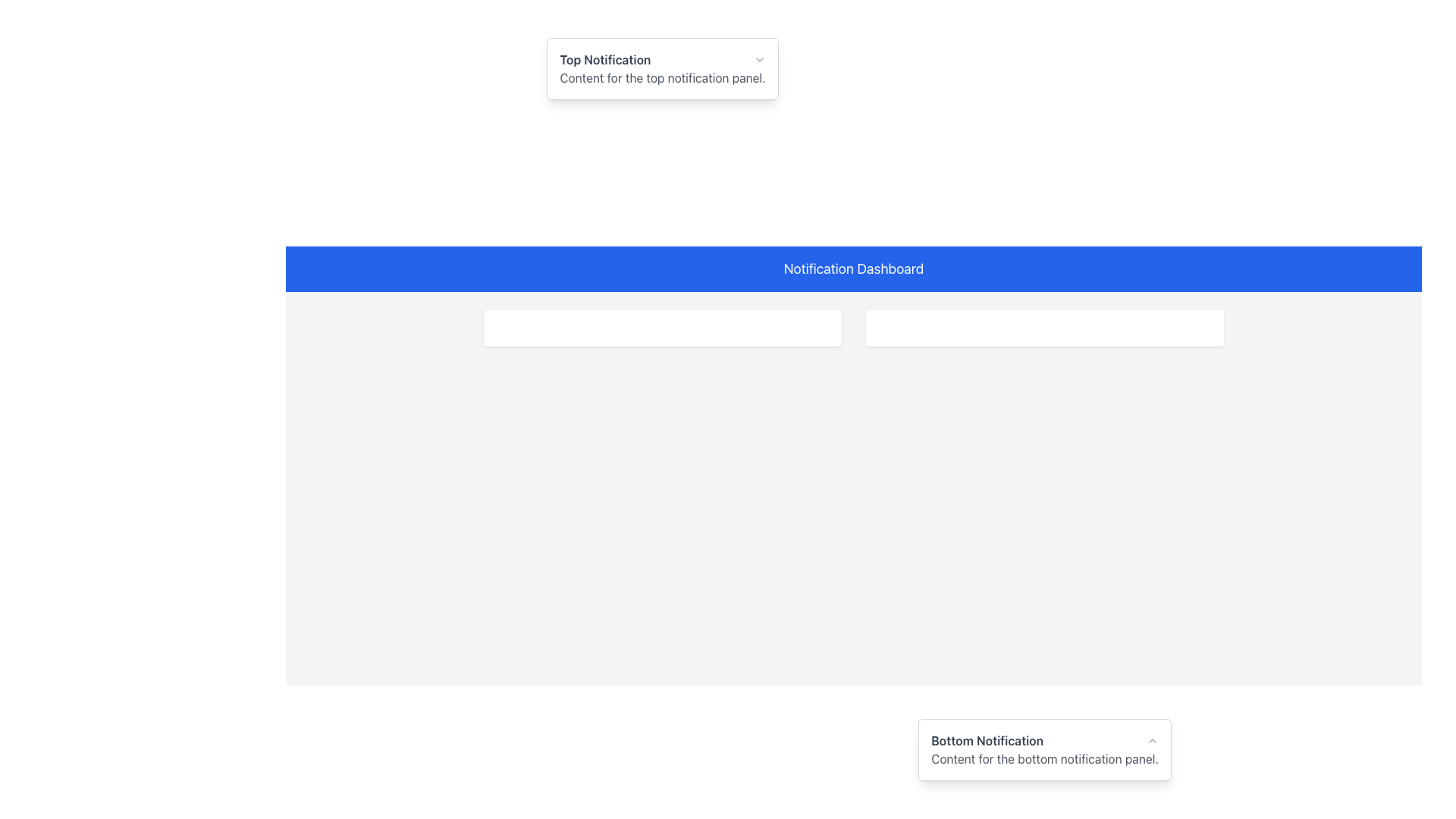 The height and width of the screenshot is (819, 1456). I want to click on the text label displaying 'Bottom Notification' in a bold, gray font, so click(987, 739).